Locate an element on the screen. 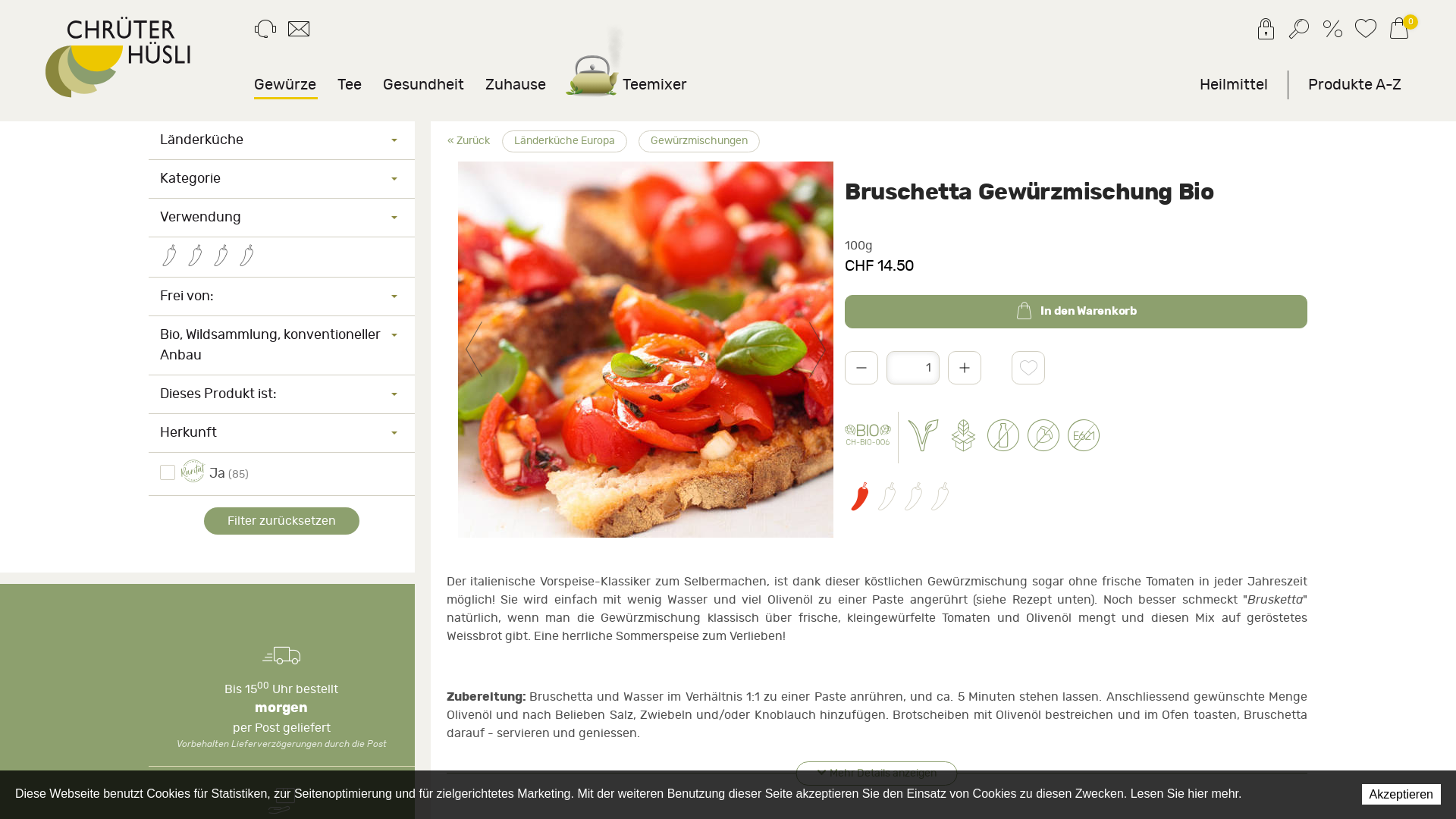 Image resolution: width=1456 pixels, height=819 pixels. 'Vegan' is located at coordinates (906, 438).